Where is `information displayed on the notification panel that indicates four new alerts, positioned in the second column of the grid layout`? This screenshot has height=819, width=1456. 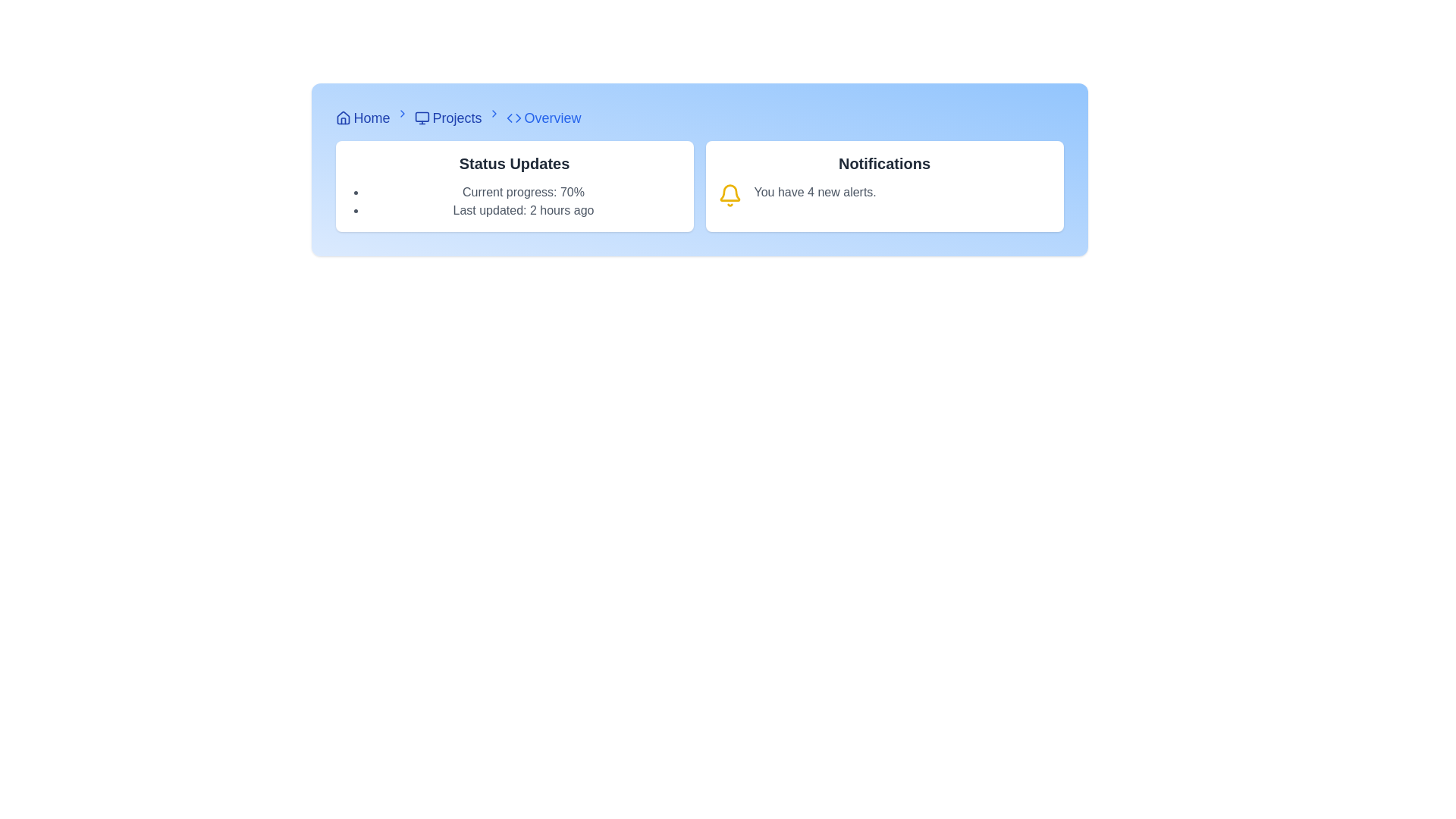 information displayed on the notification panel that indicates four new alerts, positioned in the second column of the grid layout is located at coordinates (884, 186).